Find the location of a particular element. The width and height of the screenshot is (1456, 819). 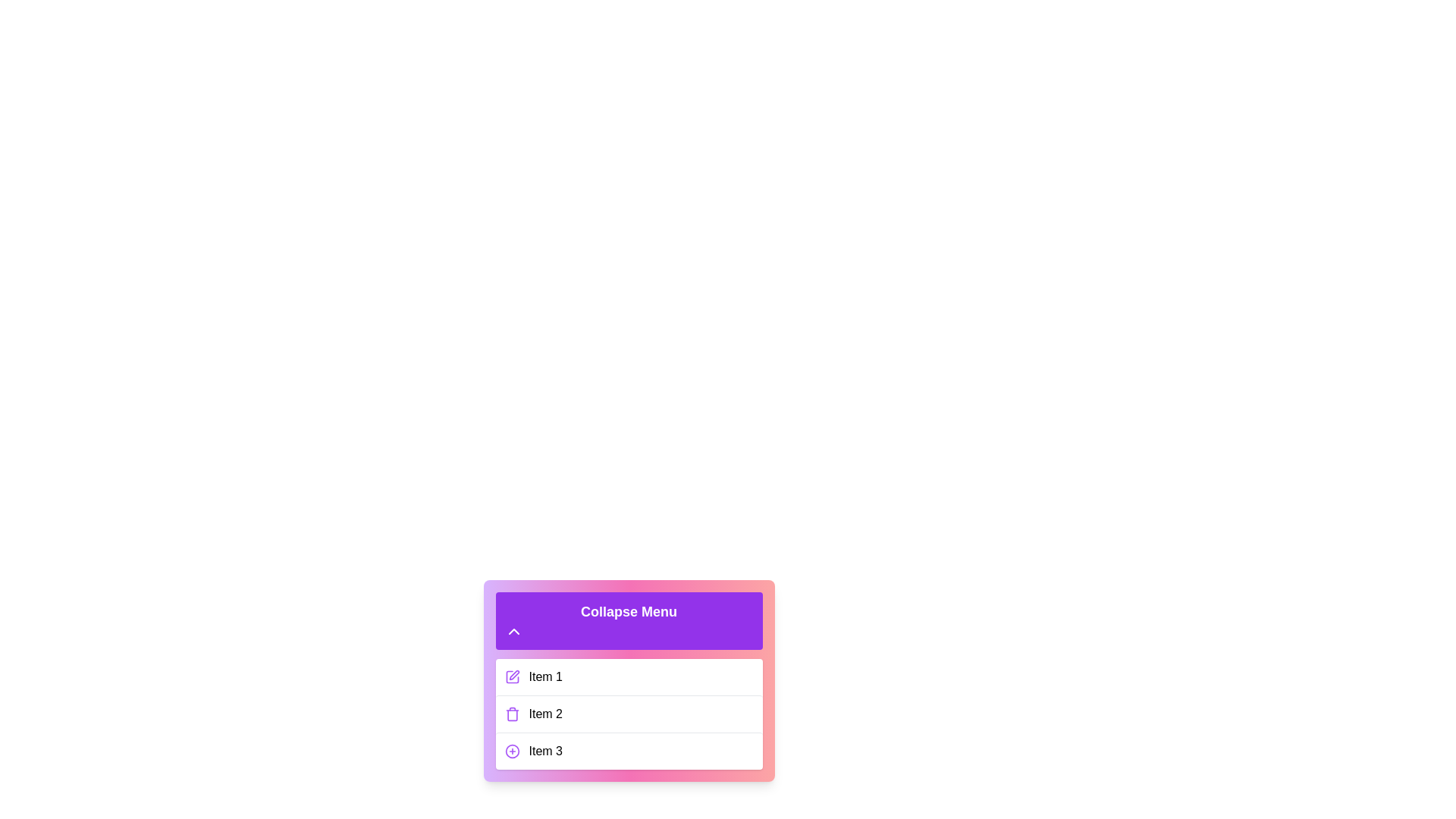

the menu item labeled Item 1 is located at coordinates (629, 676).